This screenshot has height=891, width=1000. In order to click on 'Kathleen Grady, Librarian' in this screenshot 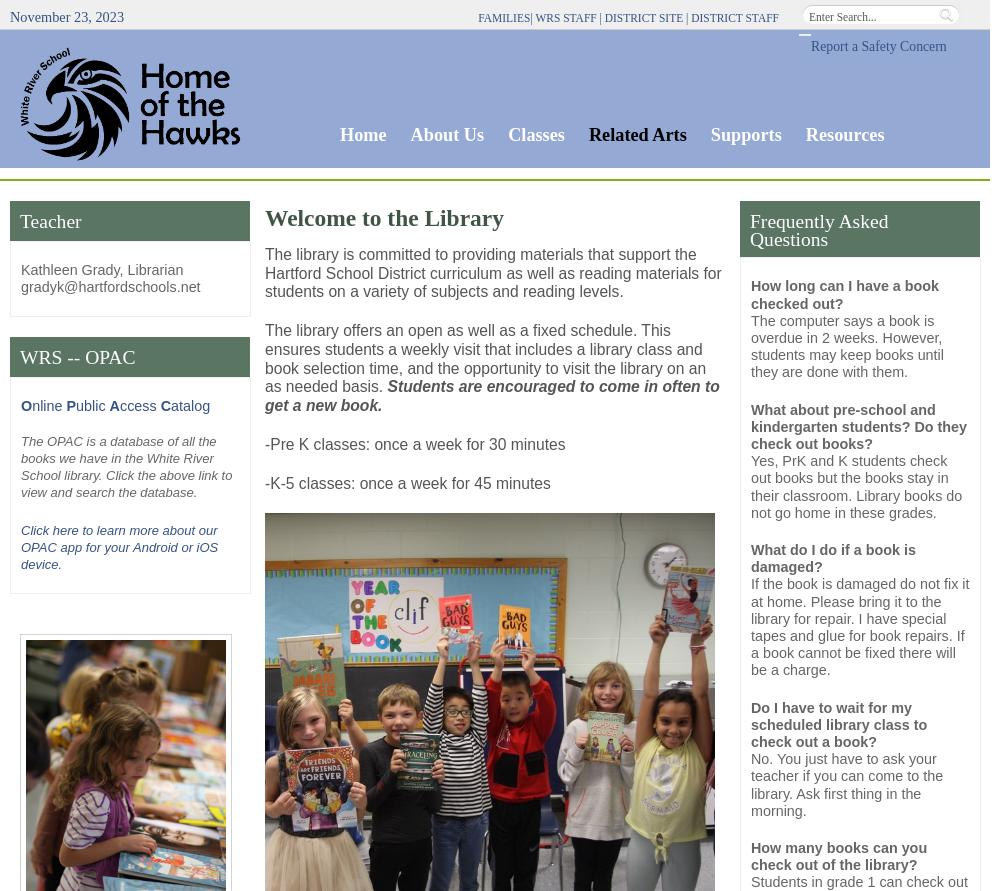, I will do `click(101, 268)`.